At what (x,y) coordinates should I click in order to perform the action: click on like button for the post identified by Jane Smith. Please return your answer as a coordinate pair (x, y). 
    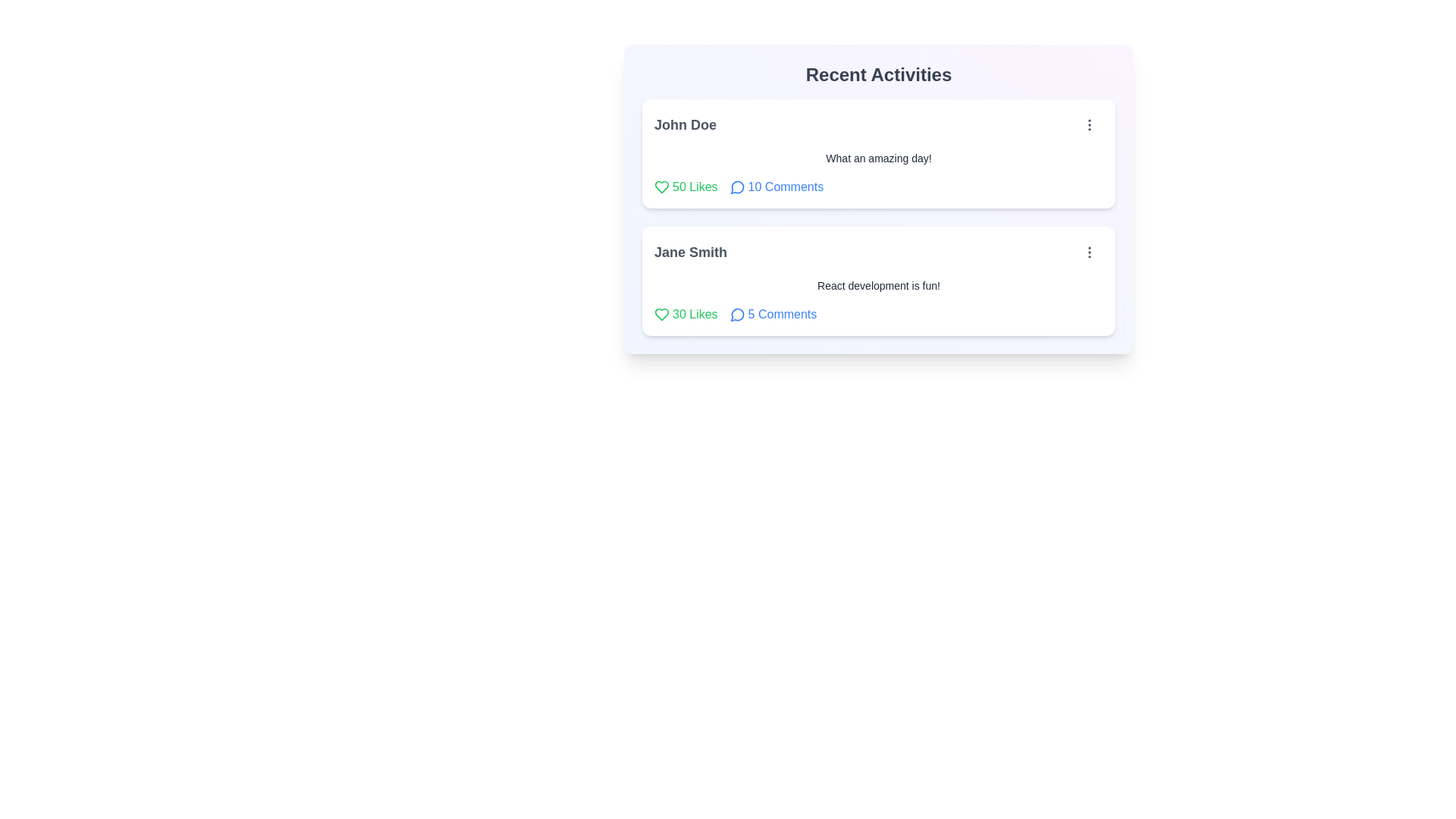
    Looking at the image, I should click on (662, 314).